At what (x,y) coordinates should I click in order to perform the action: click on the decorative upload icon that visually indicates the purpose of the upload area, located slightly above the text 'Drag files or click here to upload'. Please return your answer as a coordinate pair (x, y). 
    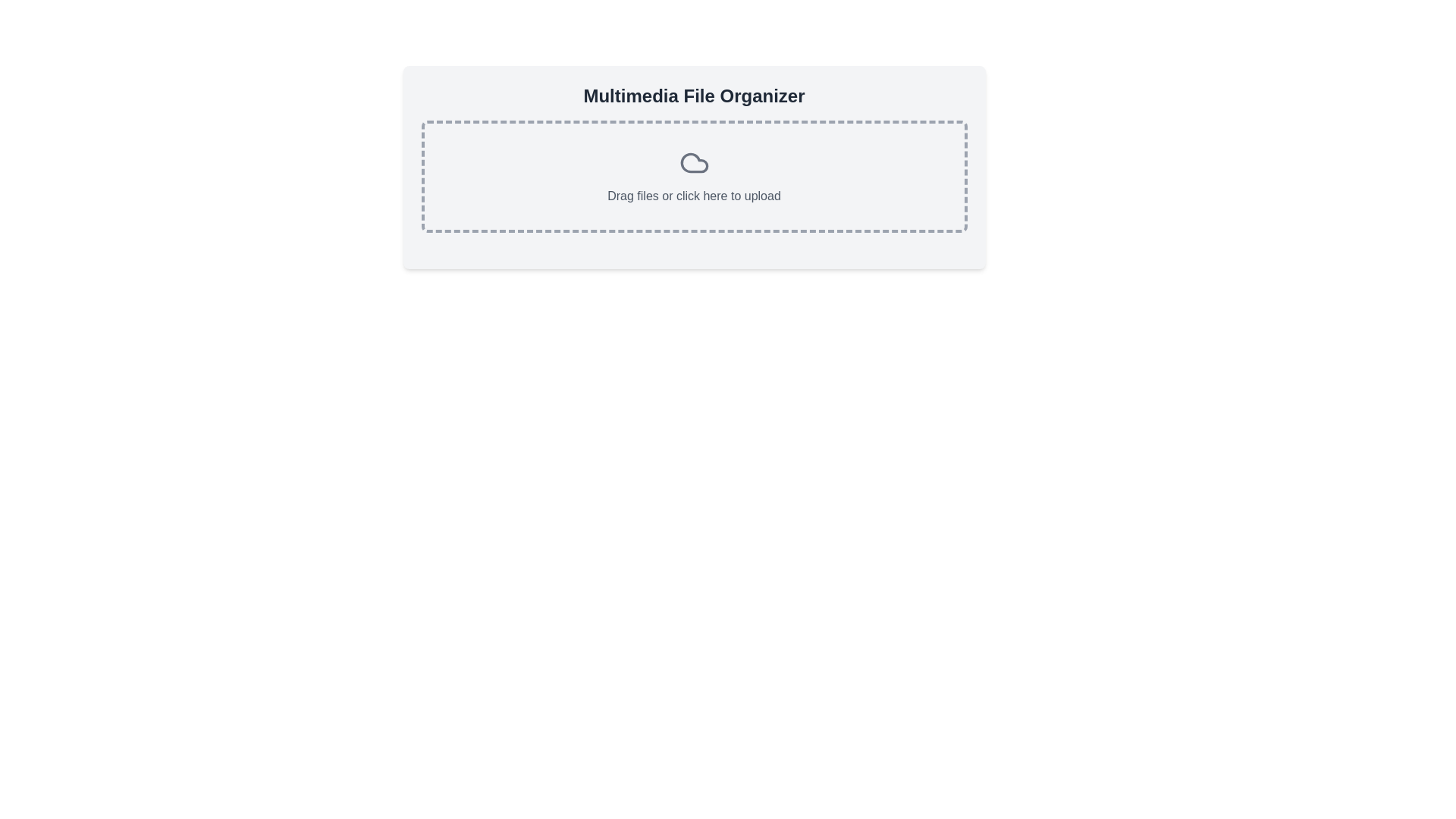
    Looking at the image, I should click on (693, 163).